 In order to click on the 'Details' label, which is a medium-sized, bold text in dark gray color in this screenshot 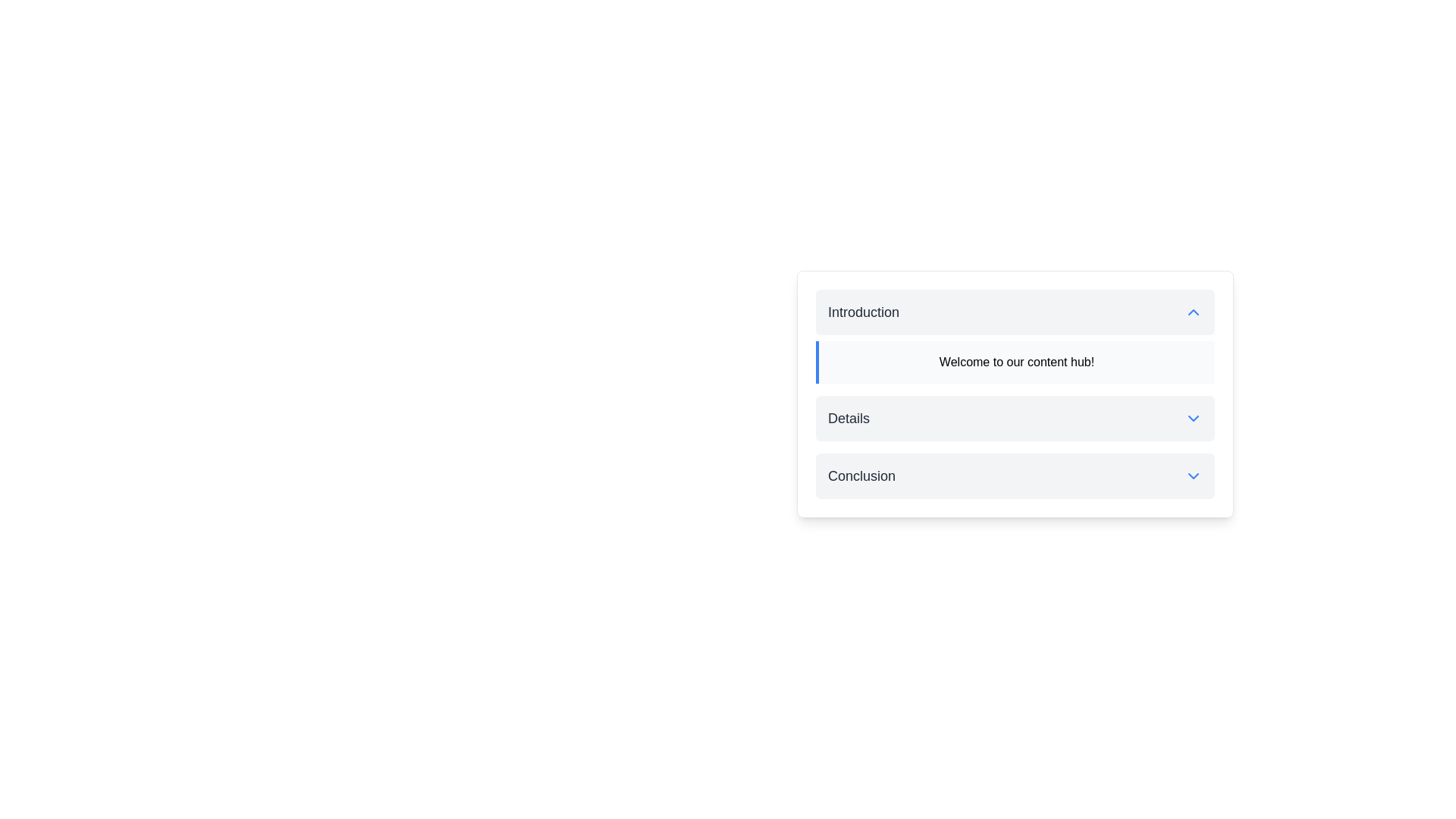, I will do `click(848, 418)`.